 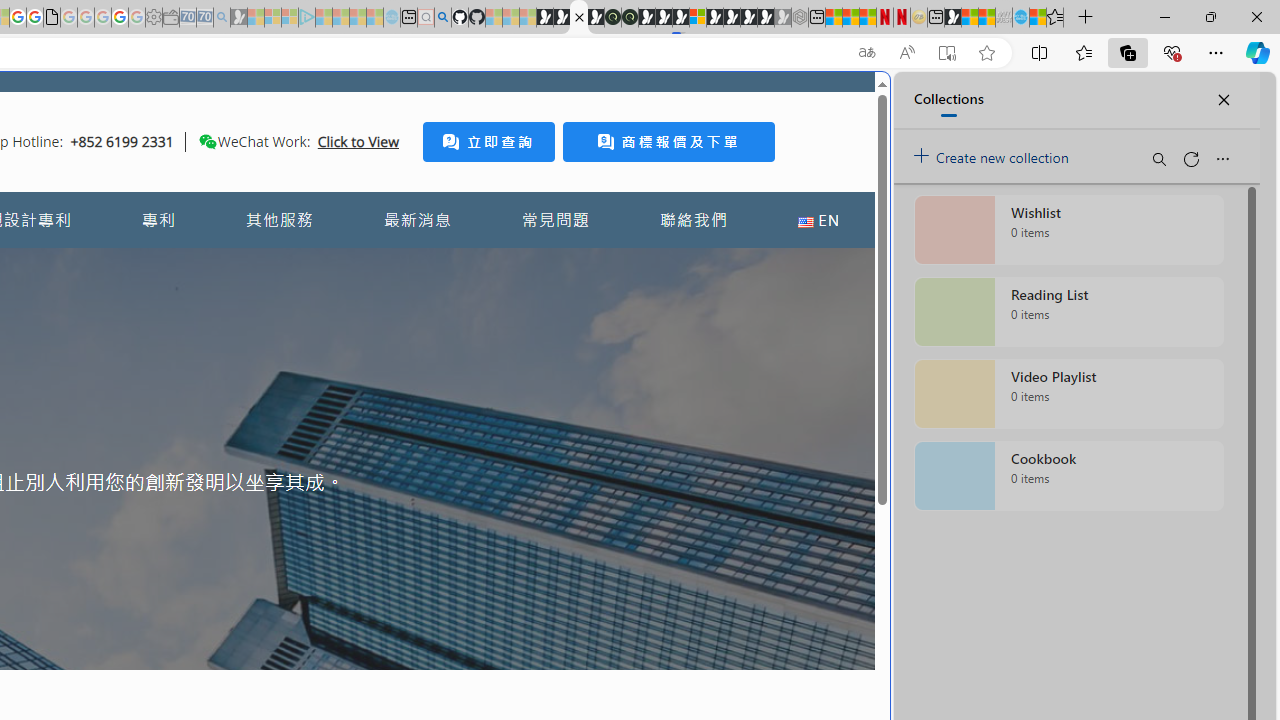 I want to click on 'EN', so click(x=818, y=220).